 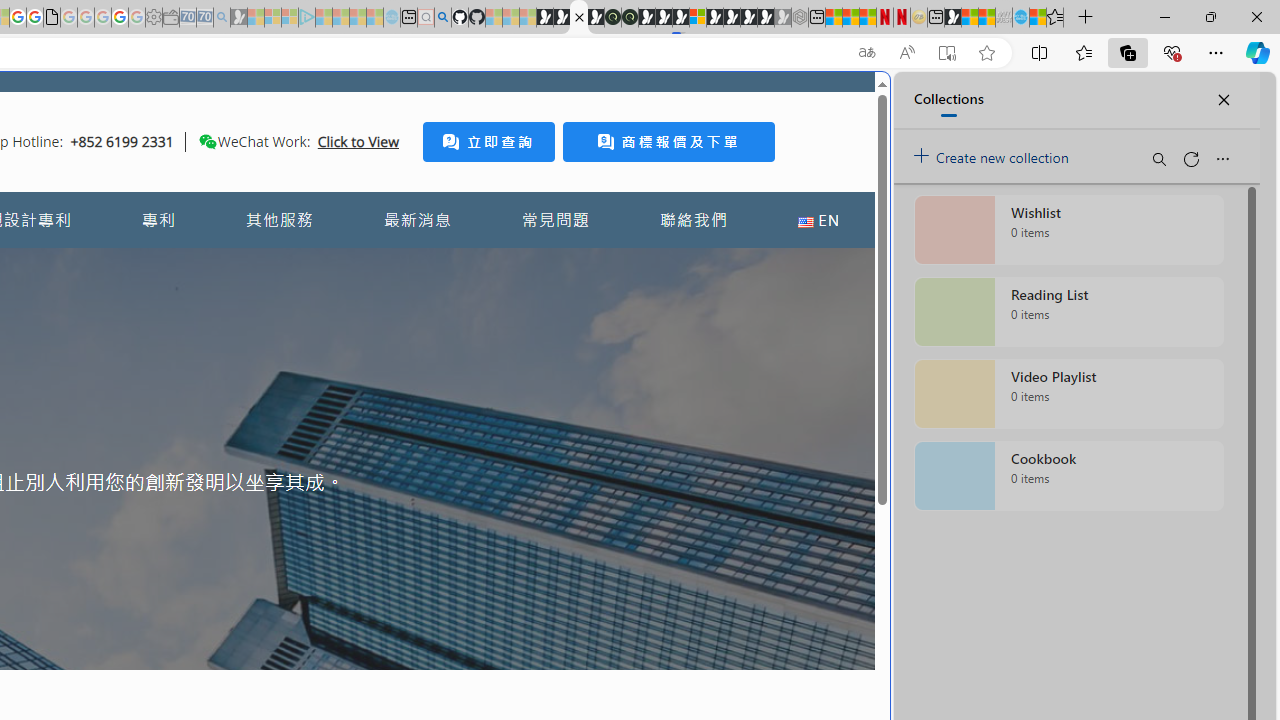 I want to click on 'EN', so click(x=818, y=220).